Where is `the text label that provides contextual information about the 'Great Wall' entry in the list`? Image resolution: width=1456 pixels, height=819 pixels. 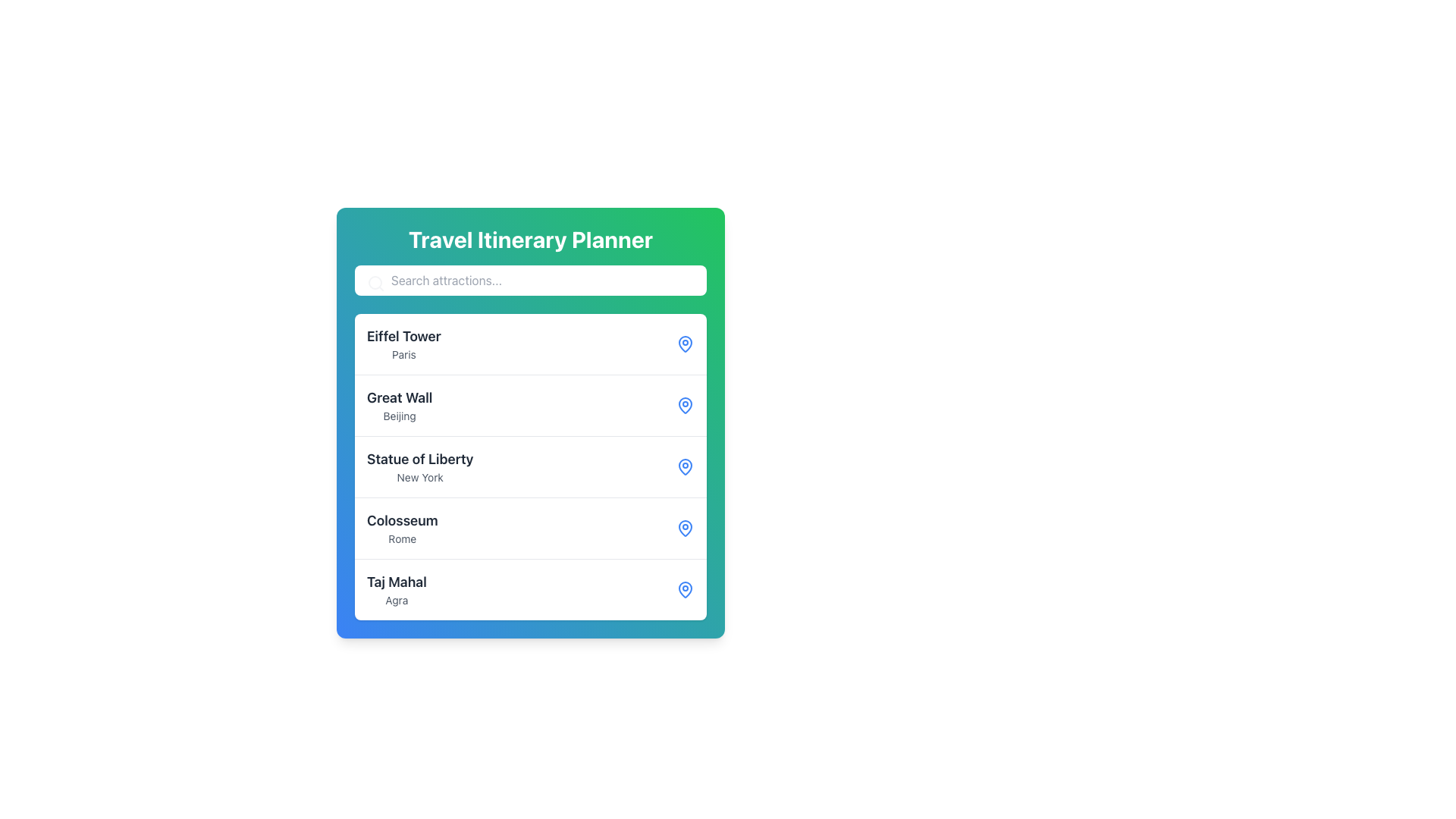 the text label that provides contextual information about the 'Great Wall' entry in the list is located at coordinates (400, 416).